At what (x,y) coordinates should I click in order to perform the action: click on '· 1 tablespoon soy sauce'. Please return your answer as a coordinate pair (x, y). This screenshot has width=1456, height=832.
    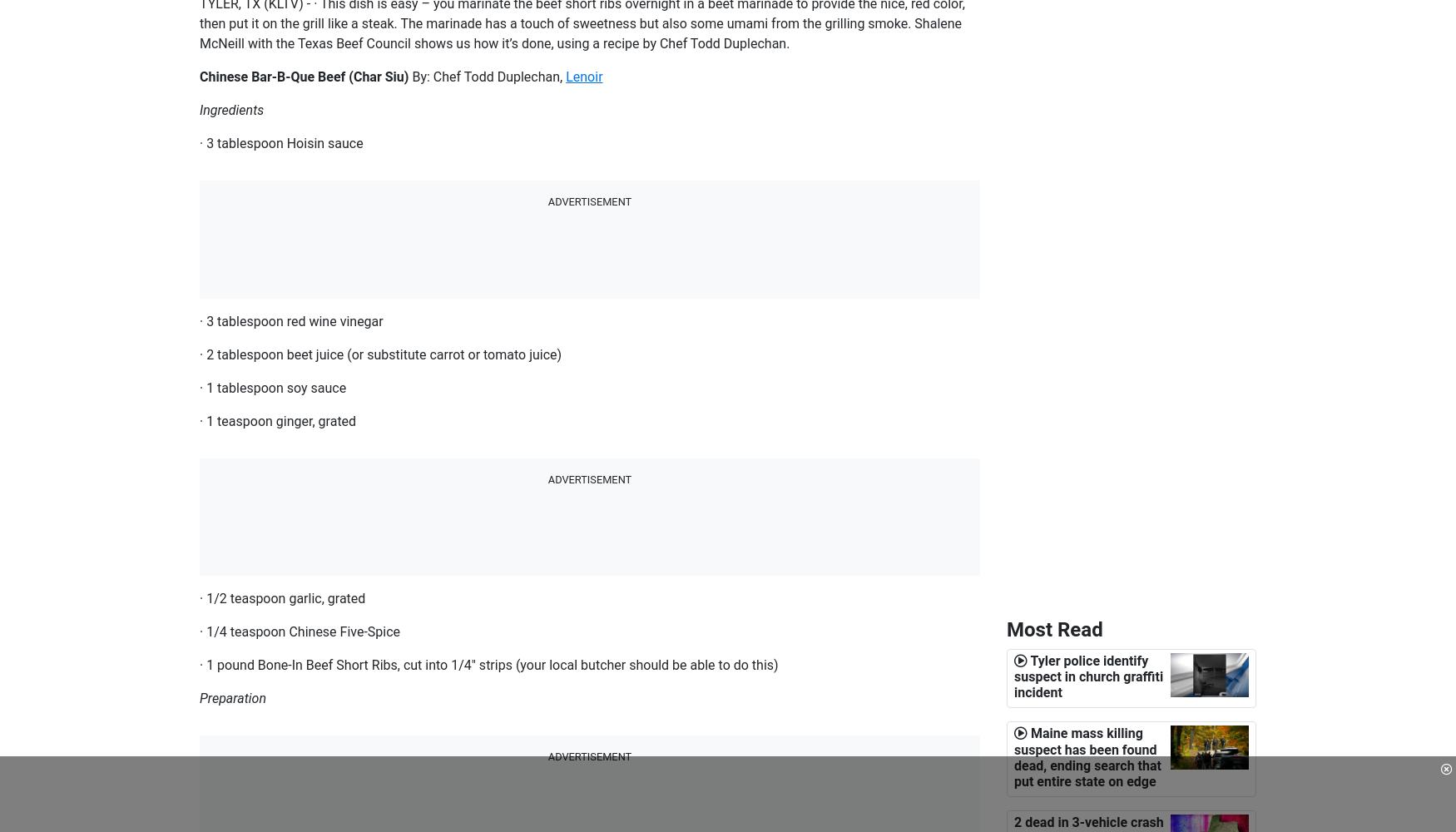
    Looking at the image, I should click on (199, 386).